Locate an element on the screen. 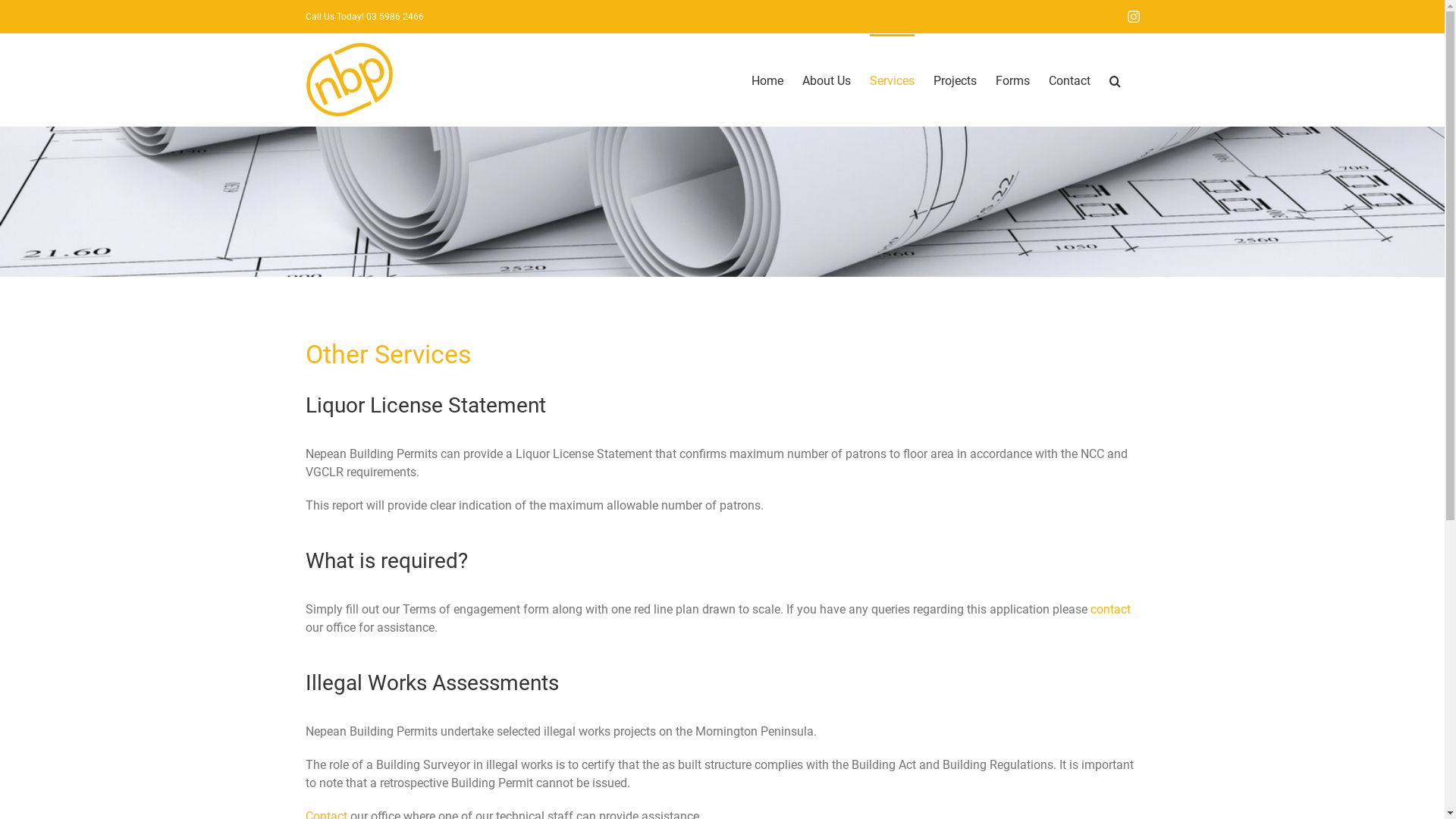  'Instagram' is located at coordinates (1132, 17).